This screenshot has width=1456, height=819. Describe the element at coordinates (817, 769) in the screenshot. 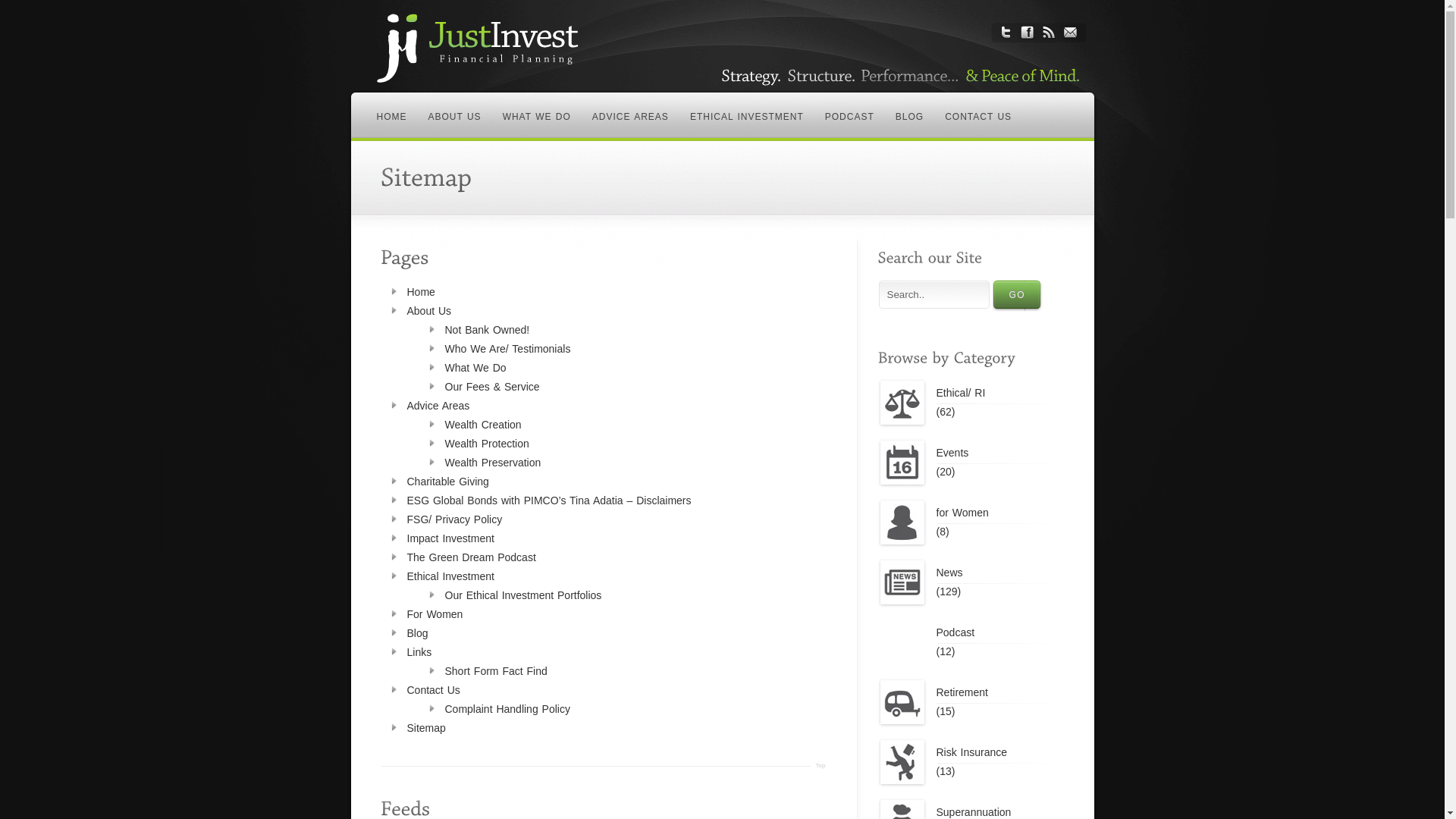

I see `'Top'` at that location.